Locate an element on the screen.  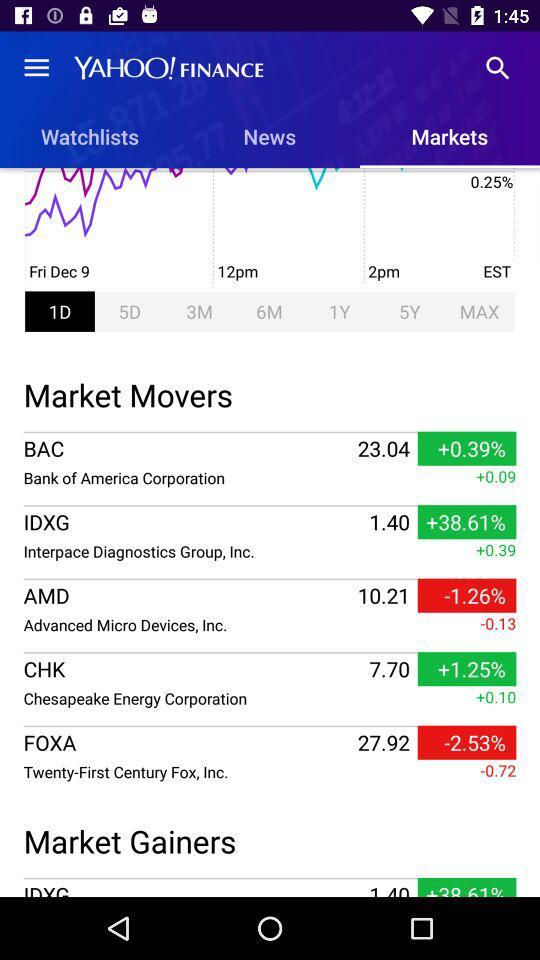
the item next to the 10.21 item is located at coordinates (188, 623).